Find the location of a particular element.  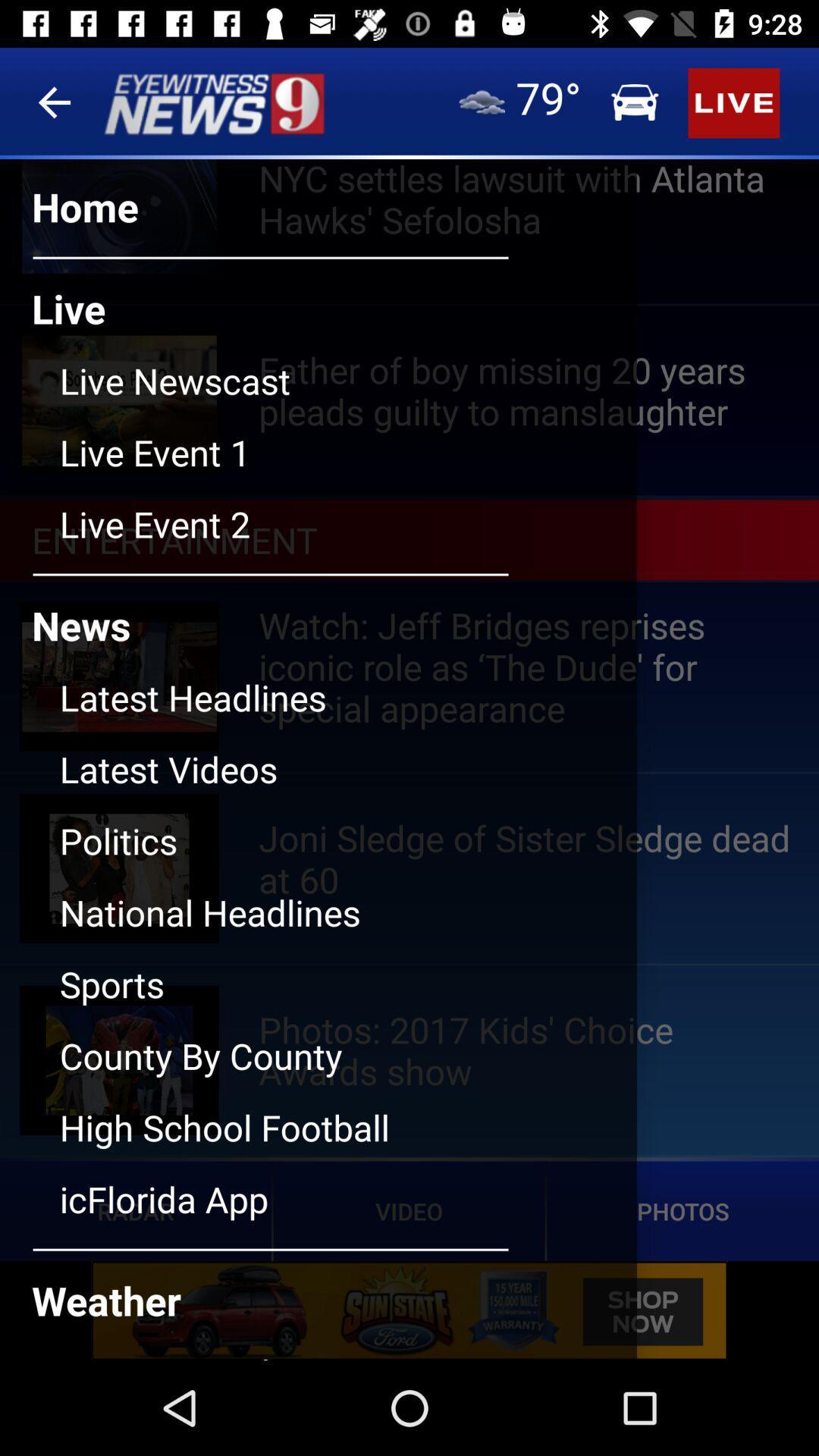

the county by county button below sports is located at coordinates (348, 1066).